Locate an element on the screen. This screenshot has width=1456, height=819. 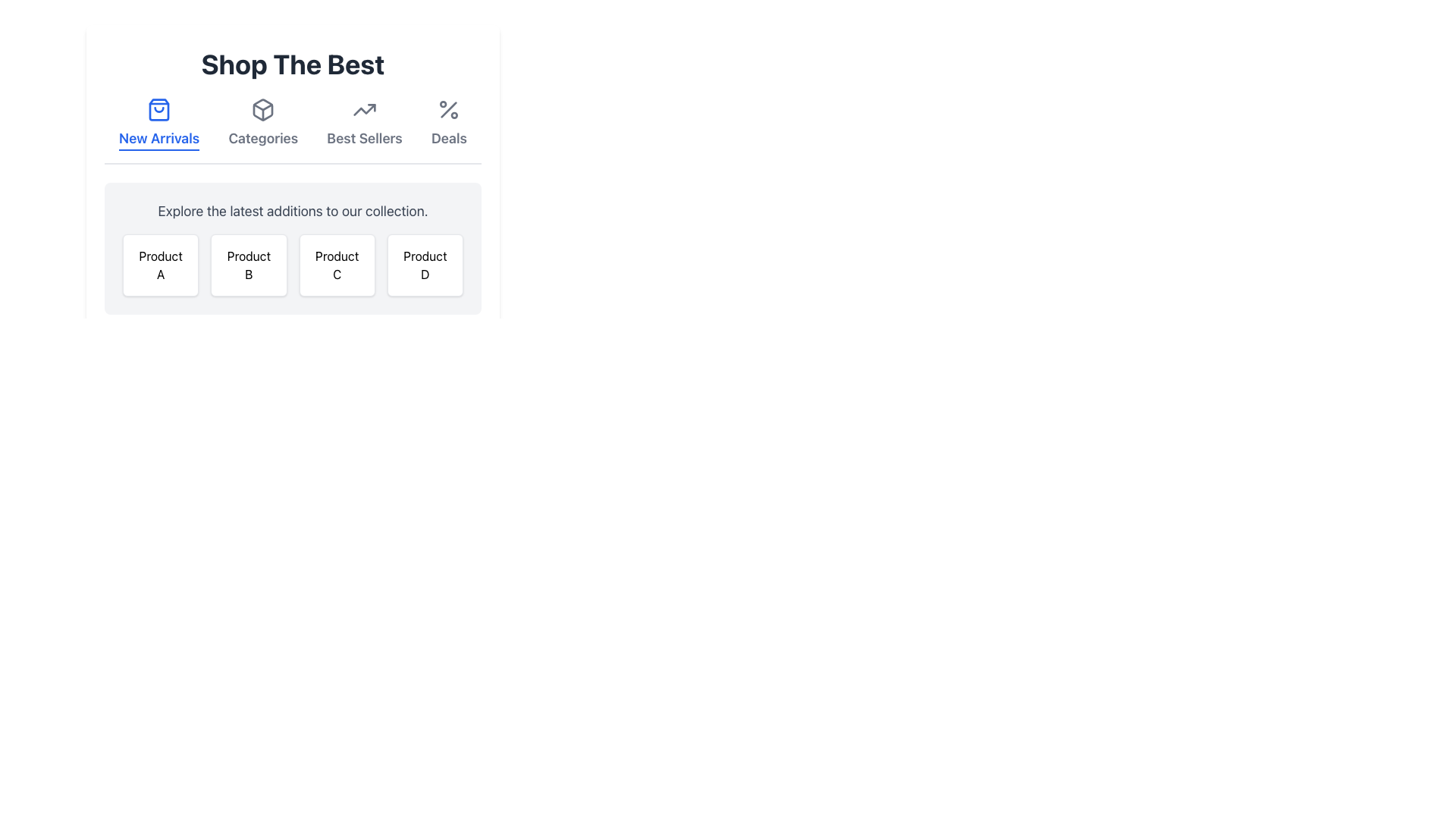
the blue outlined shopping bag icon located at the top-left section of the interface, directly above the 'New Arrivals' text label is located at coordinates (159, 109).